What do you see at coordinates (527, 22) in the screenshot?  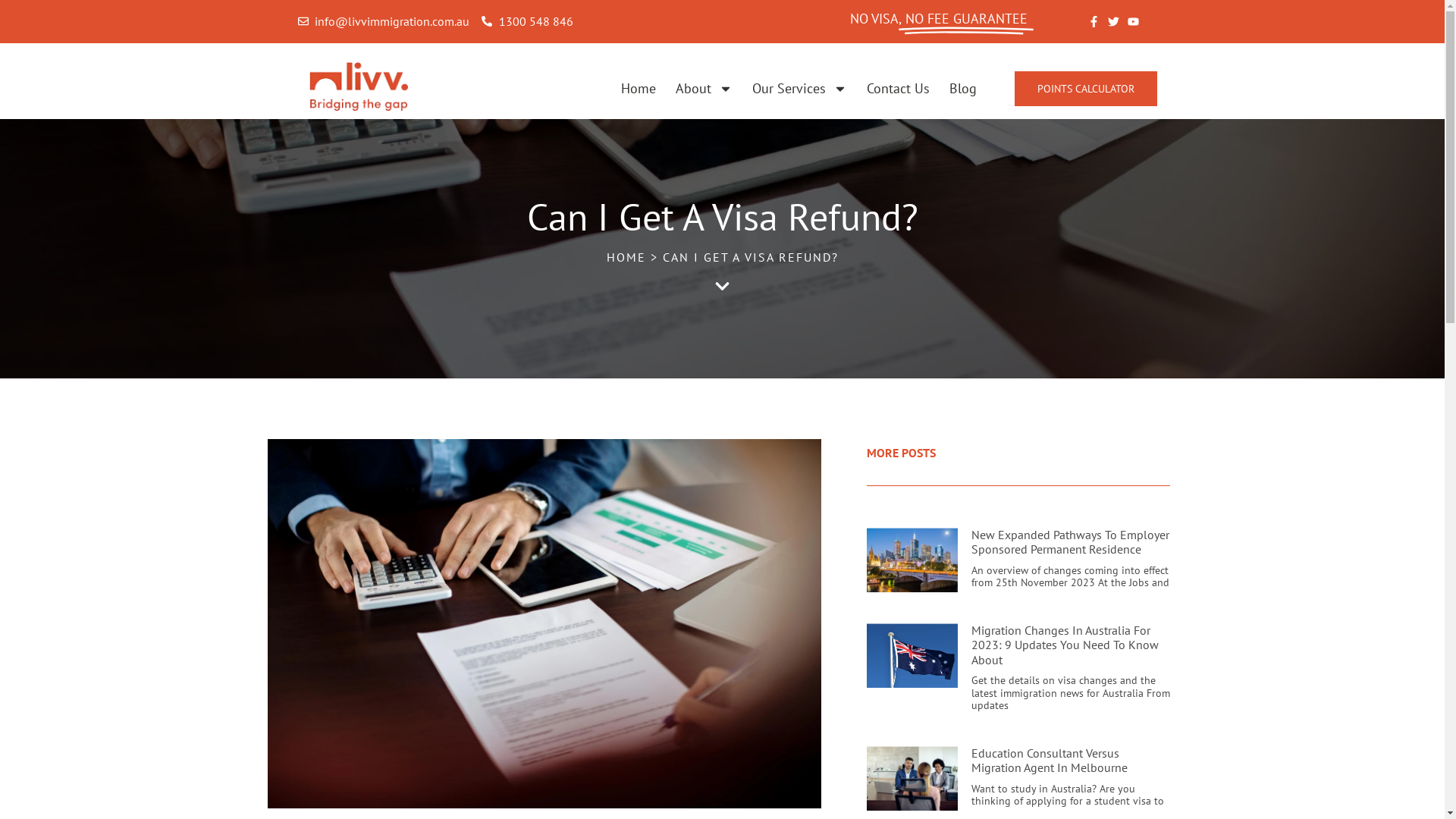 I see `'1300 548 846'` at bounding box center [527, 22].